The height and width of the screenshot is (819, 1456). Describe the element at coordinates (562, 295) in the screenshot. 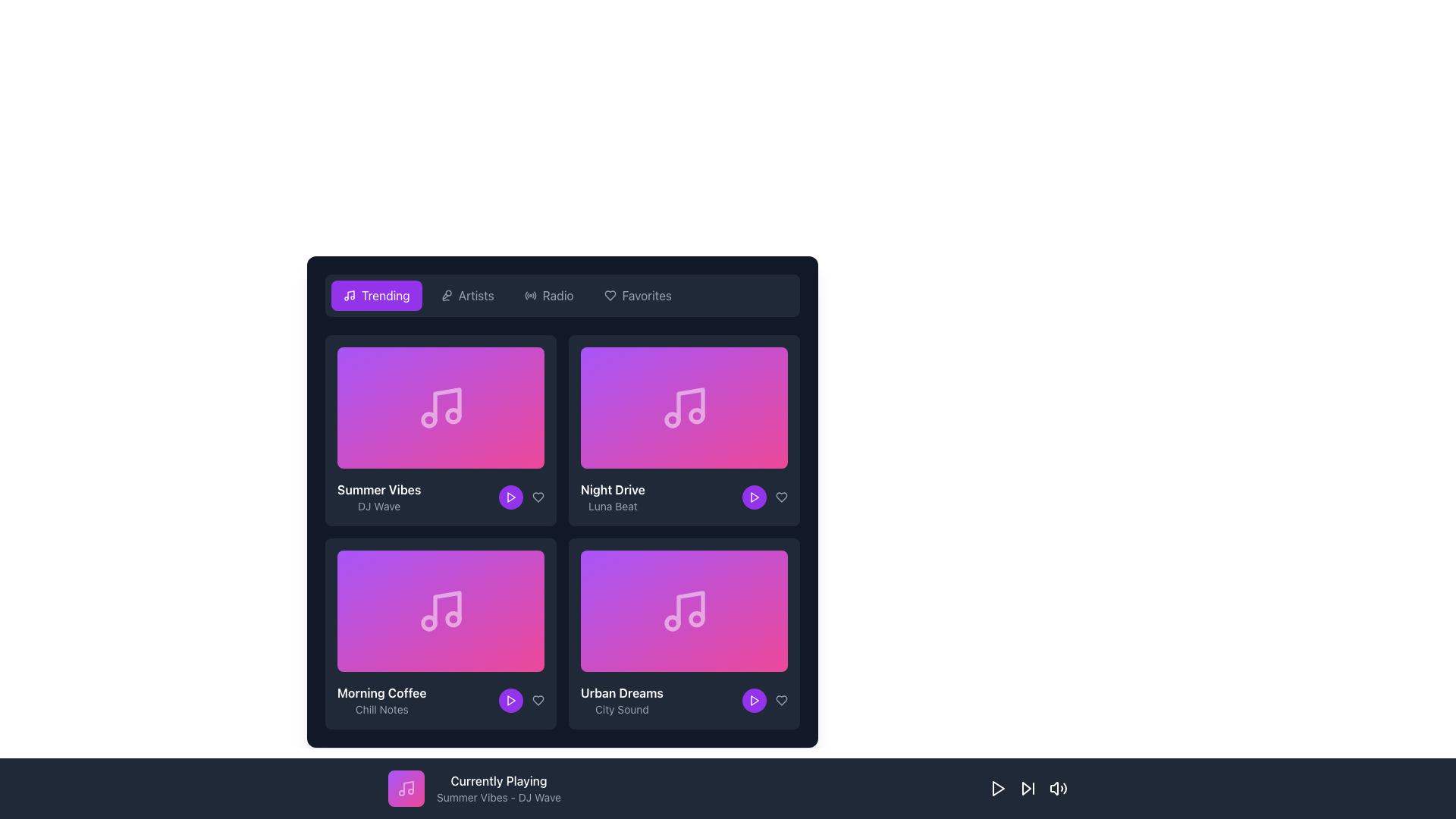

I see `the 'Radio' button in the horizontal navigation bar at the top, which is the third button styled with gray text between 'Artists' and 'Favorites'` at that location.